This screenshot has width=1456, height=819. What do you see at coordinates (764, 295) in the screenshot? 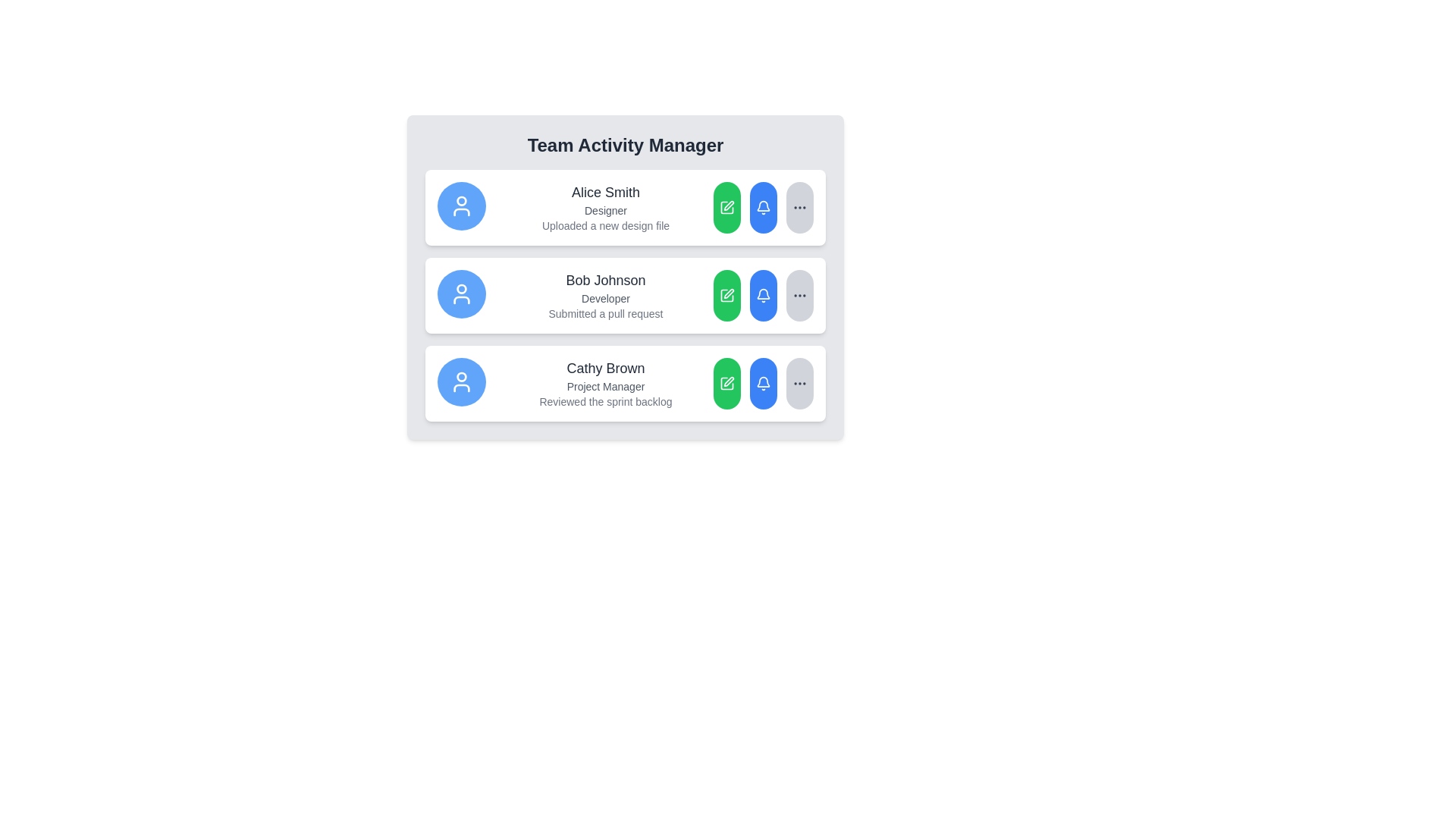
I see `the third circular button with a blue background and a white bell icon in the 'Team Activity Manager' section to observe the hover effect` at bounding box center [764, 295].